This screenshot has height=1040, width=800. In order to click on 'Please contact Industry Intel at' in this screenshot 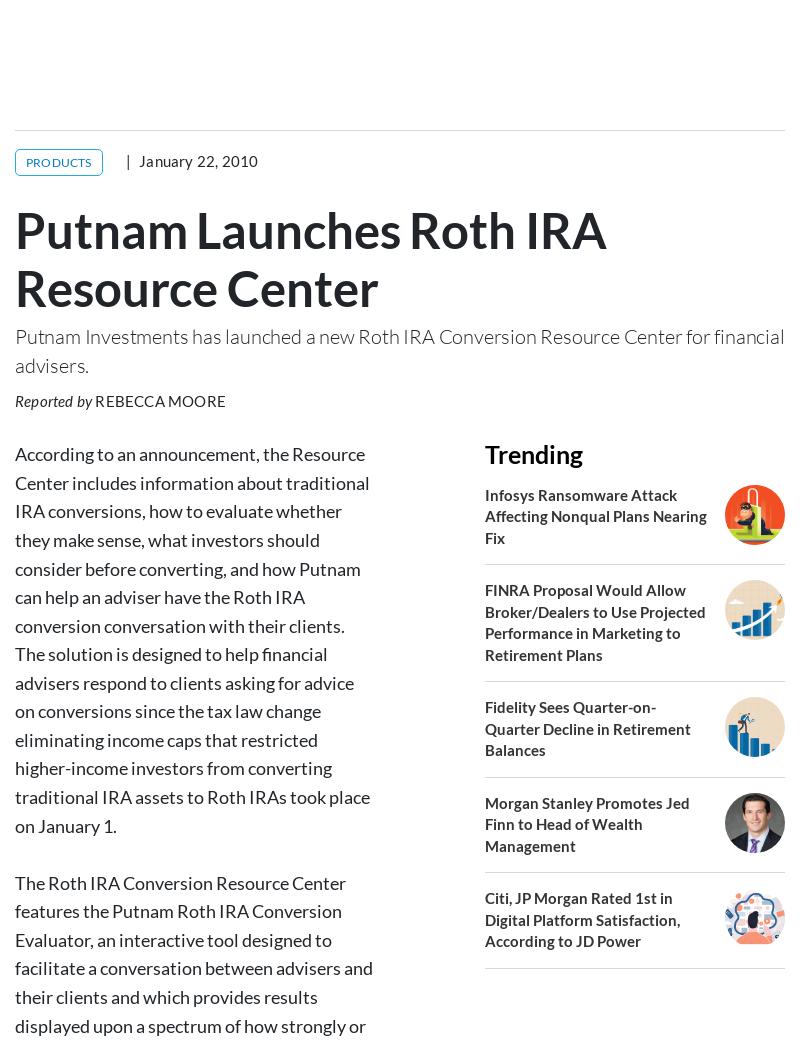, I will do `click(202, 826)`.